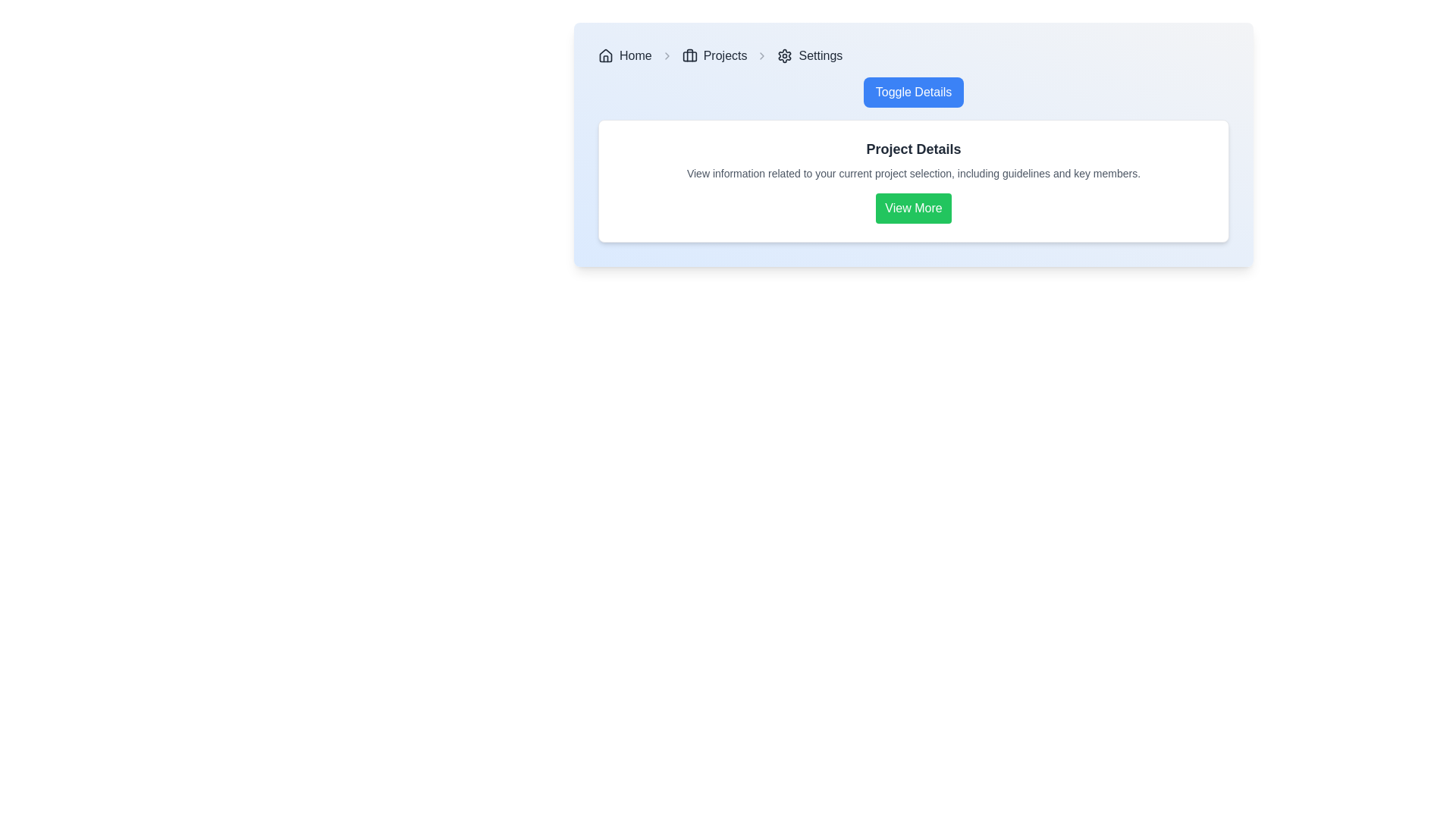 Image resolution: width=1456 pixels, height=819 pixels. What do you see at coordinates (689, 55) in the screenshot?
I see `the 'Projects' SVG icon in the breadcrumb navigation bar, which serves as a visual representation of the 'Projects' category` at bounding box center [689, 55].